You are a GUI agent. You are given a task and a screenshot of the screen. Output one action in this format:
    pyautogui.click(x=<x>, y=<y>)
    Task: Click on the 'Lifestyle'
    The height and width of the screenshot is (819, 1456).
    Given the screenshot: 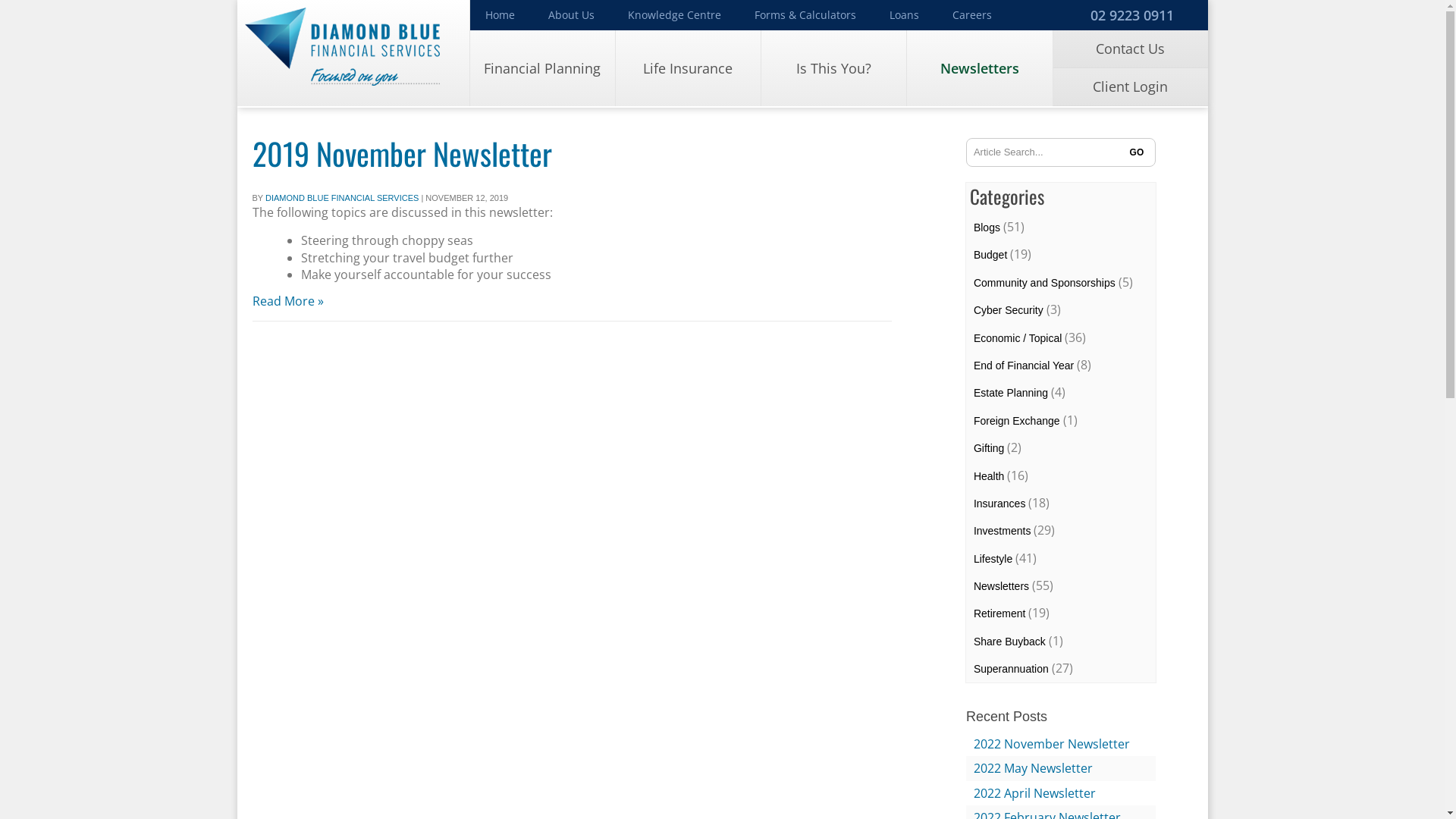 What is the action you would take?
    pyautogui.click(x=973, y=558)
    